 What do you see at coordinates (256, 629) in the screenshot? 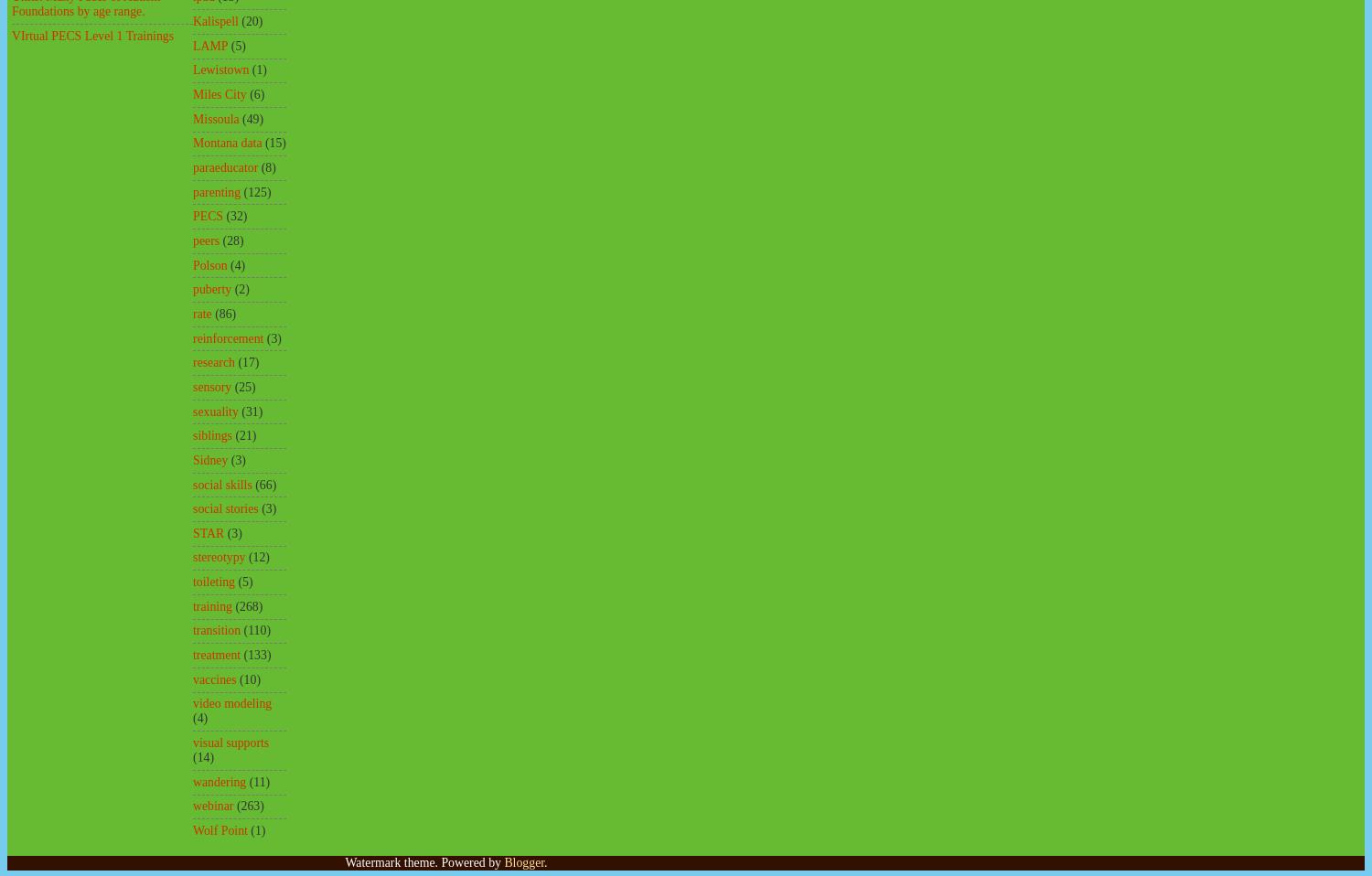
I see `'(110)'` at bounding box center [256, 629].